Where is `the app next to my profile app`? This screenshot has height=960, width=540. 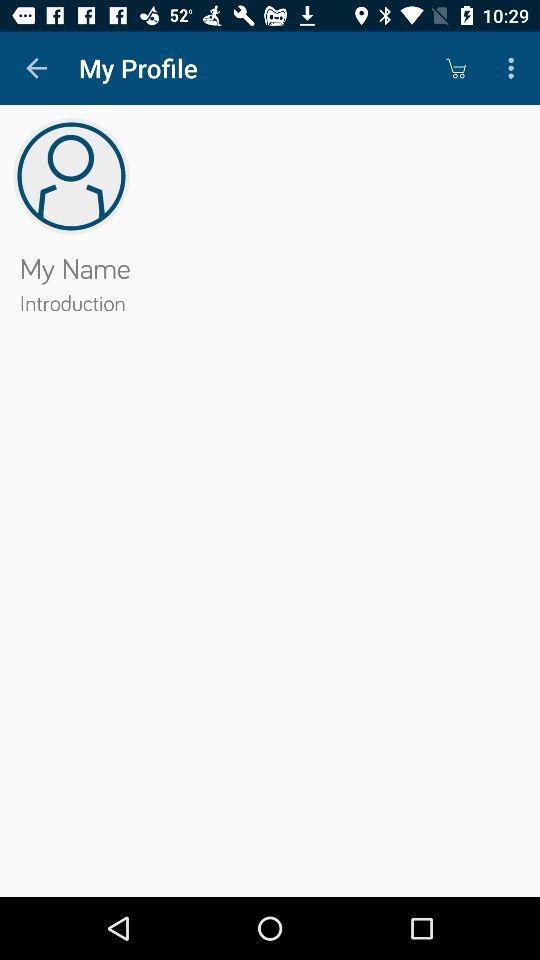
the app next to my profile app is located at coordinates (36, 68).